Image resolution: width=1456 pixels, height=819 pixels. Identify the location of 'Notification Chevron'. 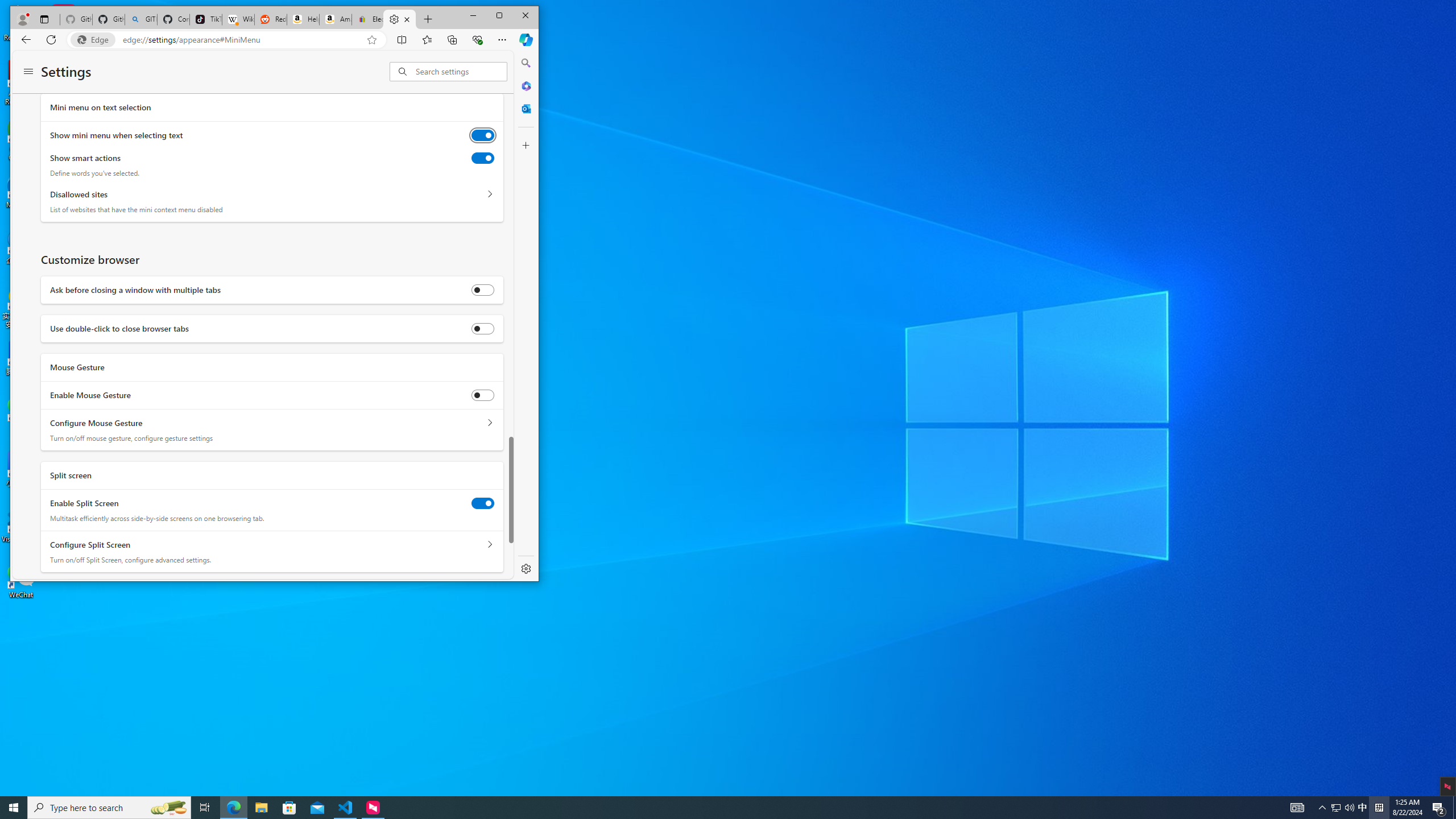
(1322, 806).